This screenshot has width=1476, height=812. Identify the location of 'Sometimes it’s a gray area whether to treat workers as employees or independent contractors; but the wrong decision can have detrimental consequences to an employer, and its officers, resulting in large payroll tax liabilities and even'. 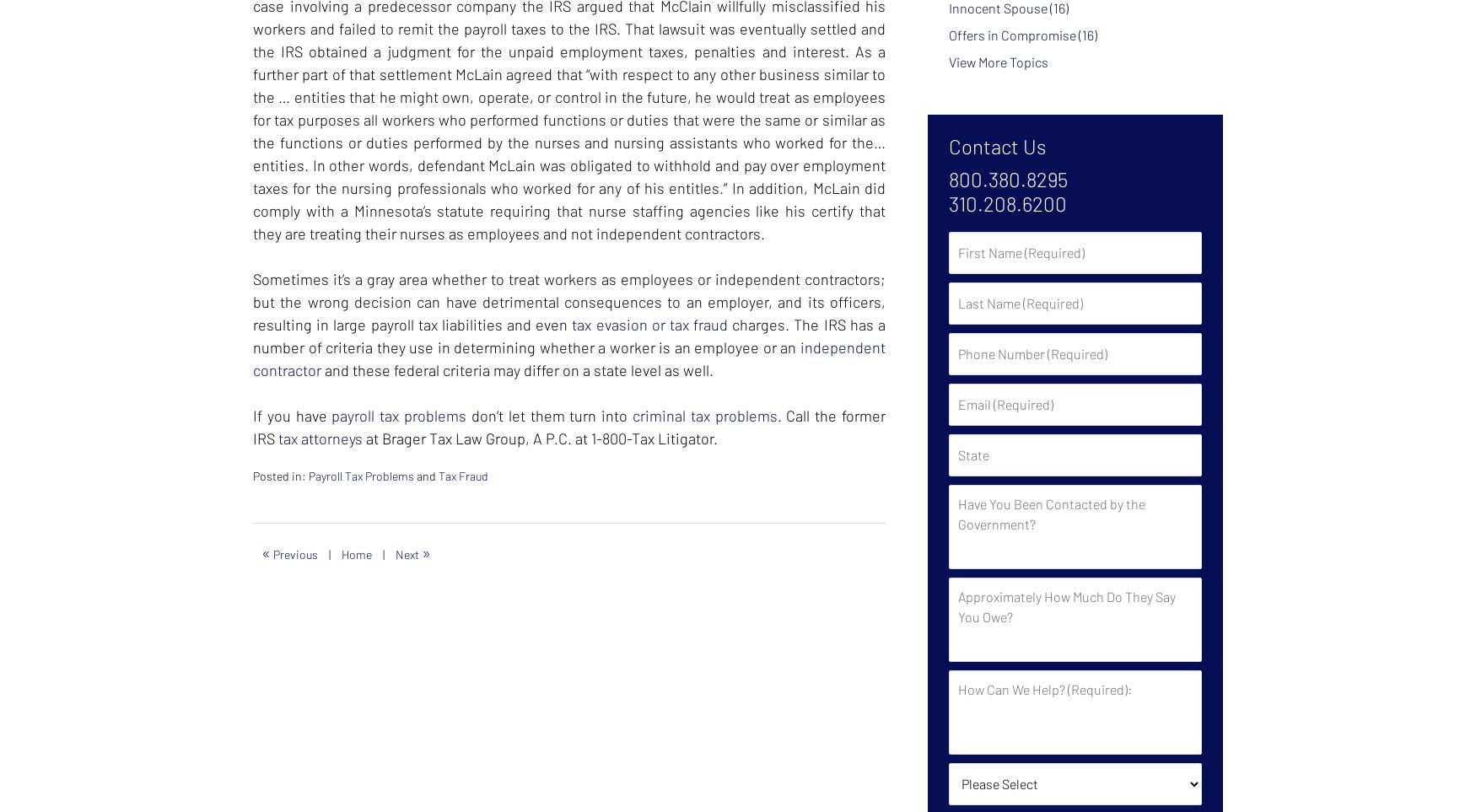
(568, 301).